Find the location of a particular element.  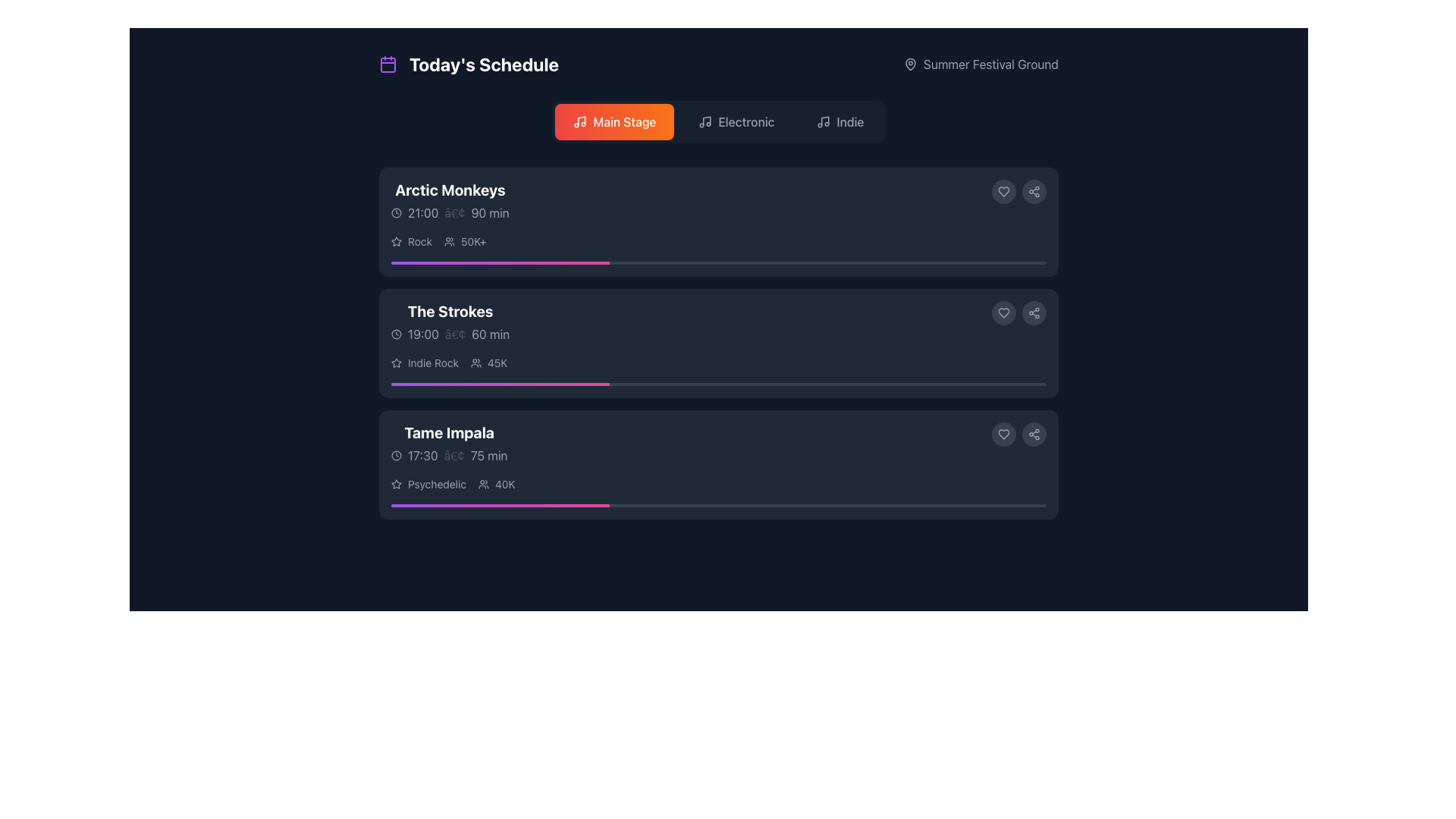

bold white text 'Arctic Monkeys' prominently displayed at the top of the first card in the list of scheduled performances to understand the event's title is located at coordinates (449, 189).